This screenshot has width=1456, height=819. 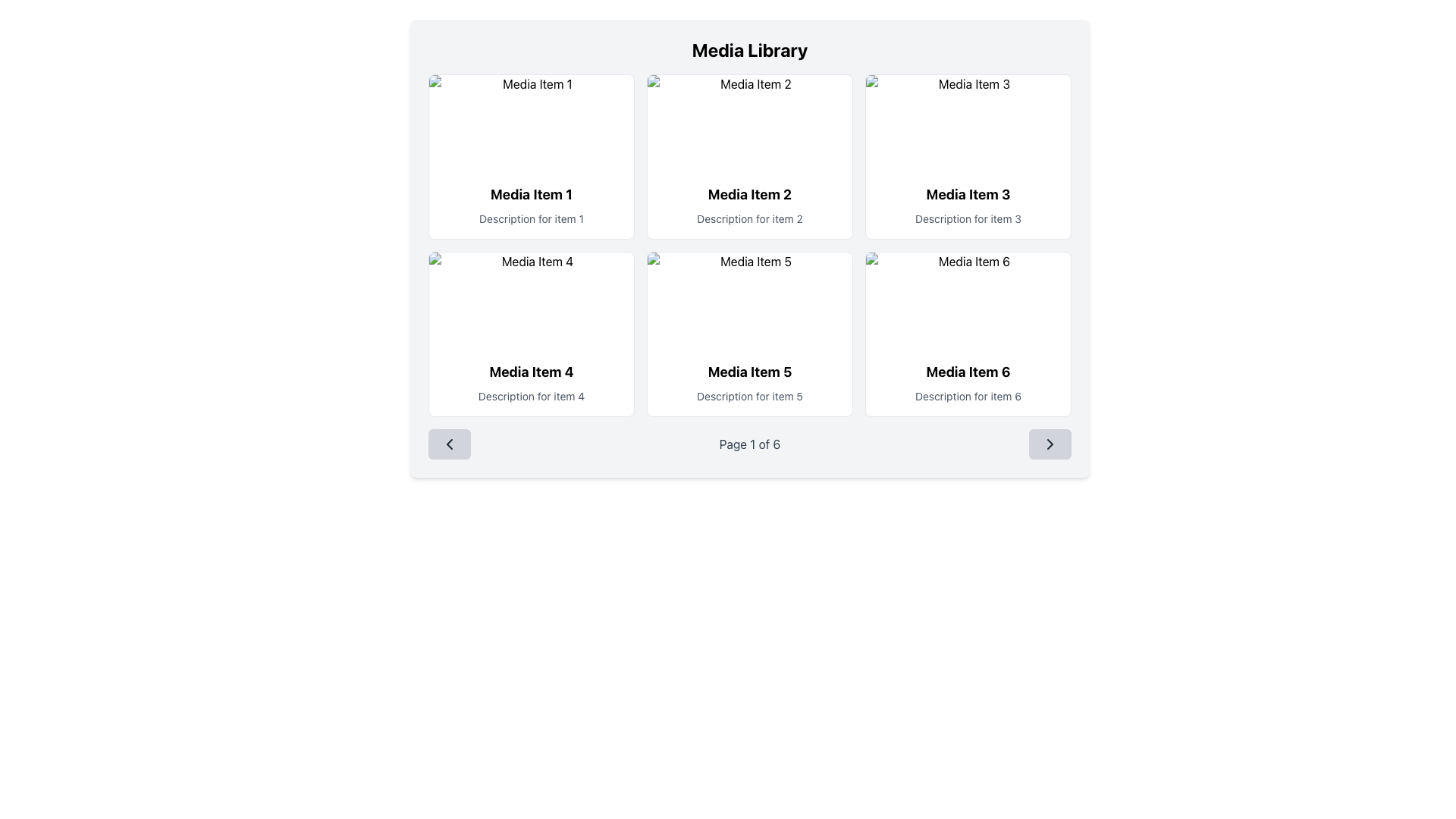 What do you see at coordinates (749, 122) in the screenshot?
I see `the image representing 'Media Item 2' in the card component located in the middle column of the top row in a 3x2 grid layout` at bounding box center [749, 122].